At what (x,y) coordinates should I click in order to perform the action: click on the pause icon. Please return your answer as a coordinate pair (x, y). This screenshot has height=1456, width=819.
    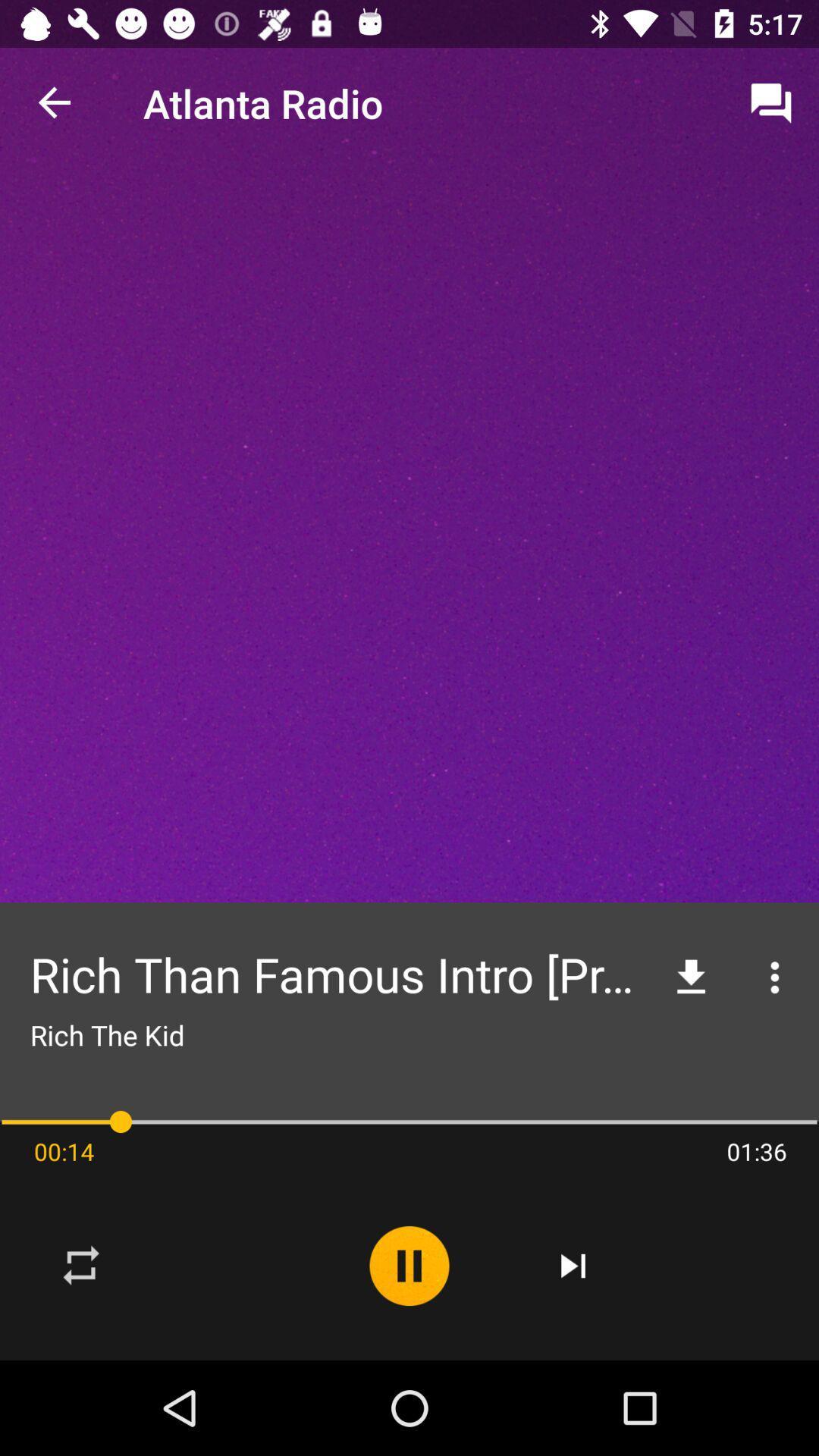
    Looking at the image, I should click on (409, 1266).